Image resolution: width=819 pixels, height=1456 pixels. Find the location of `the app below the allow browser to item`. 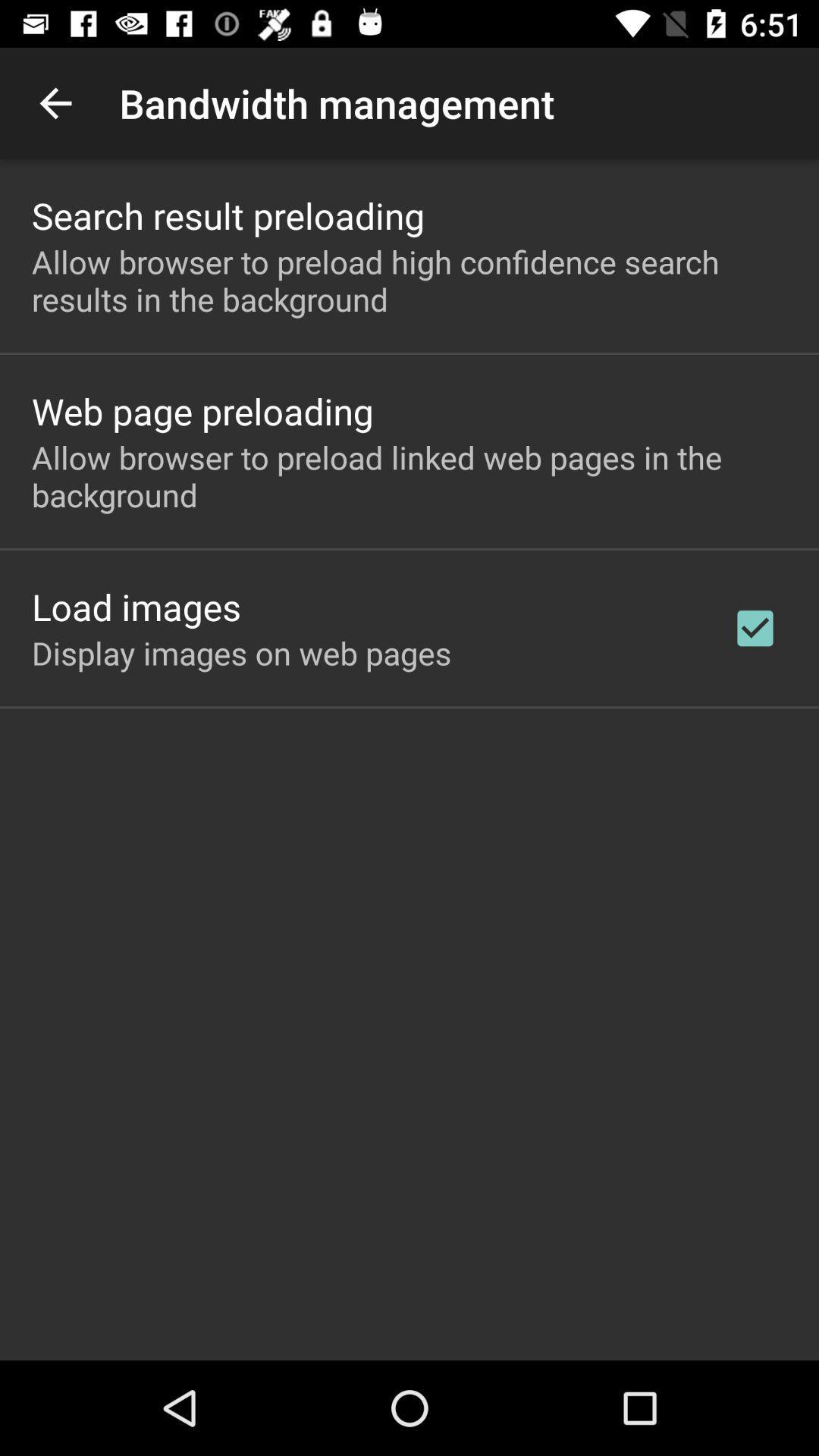

the app below the allow browser to item is located at coordinates (202, 411).